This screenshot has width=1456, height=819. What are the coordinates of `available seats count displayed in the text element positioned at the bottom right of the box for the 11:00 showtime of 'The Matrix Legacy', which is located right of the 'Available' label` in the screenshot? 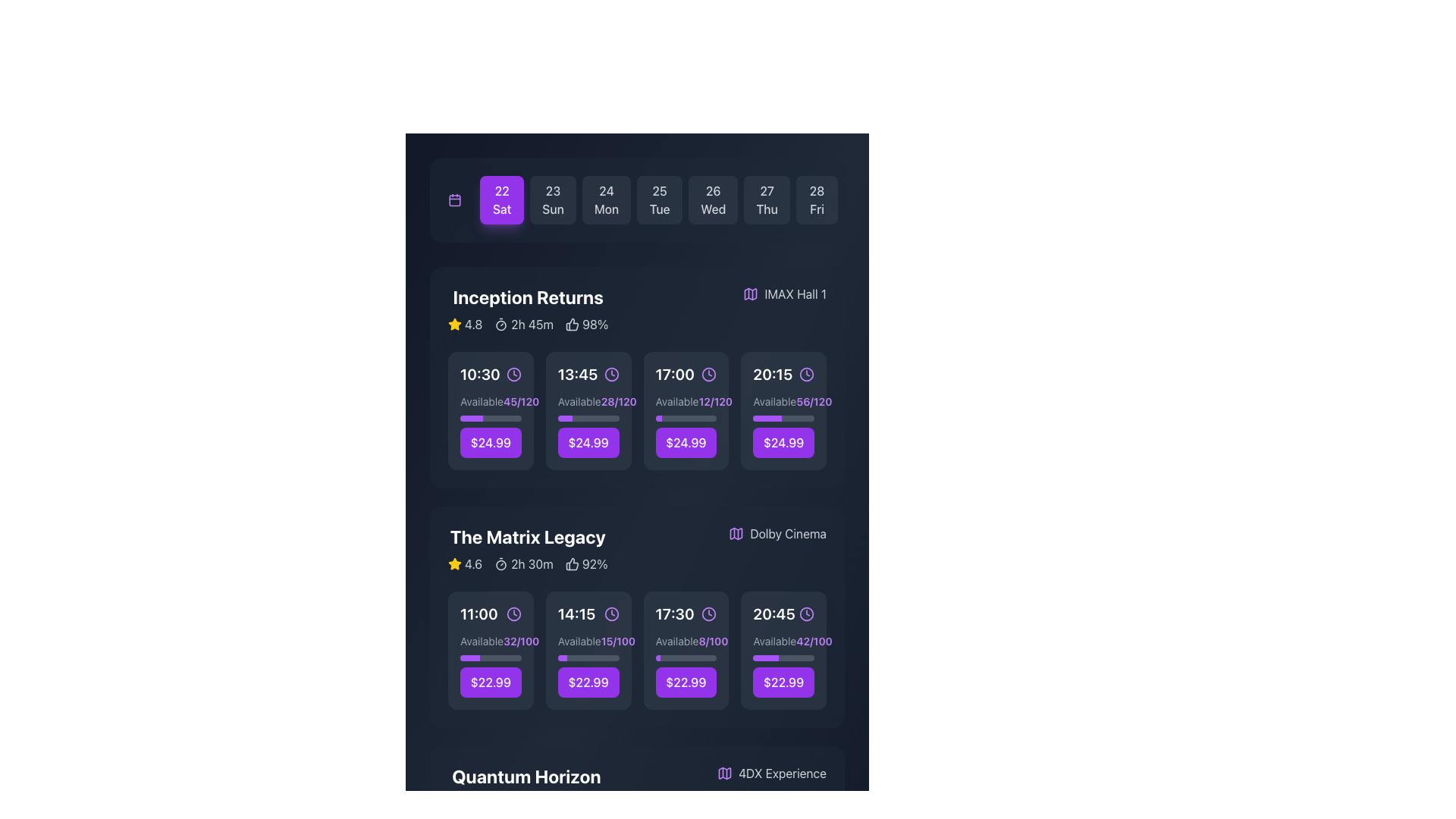 It's located at (521, 641).